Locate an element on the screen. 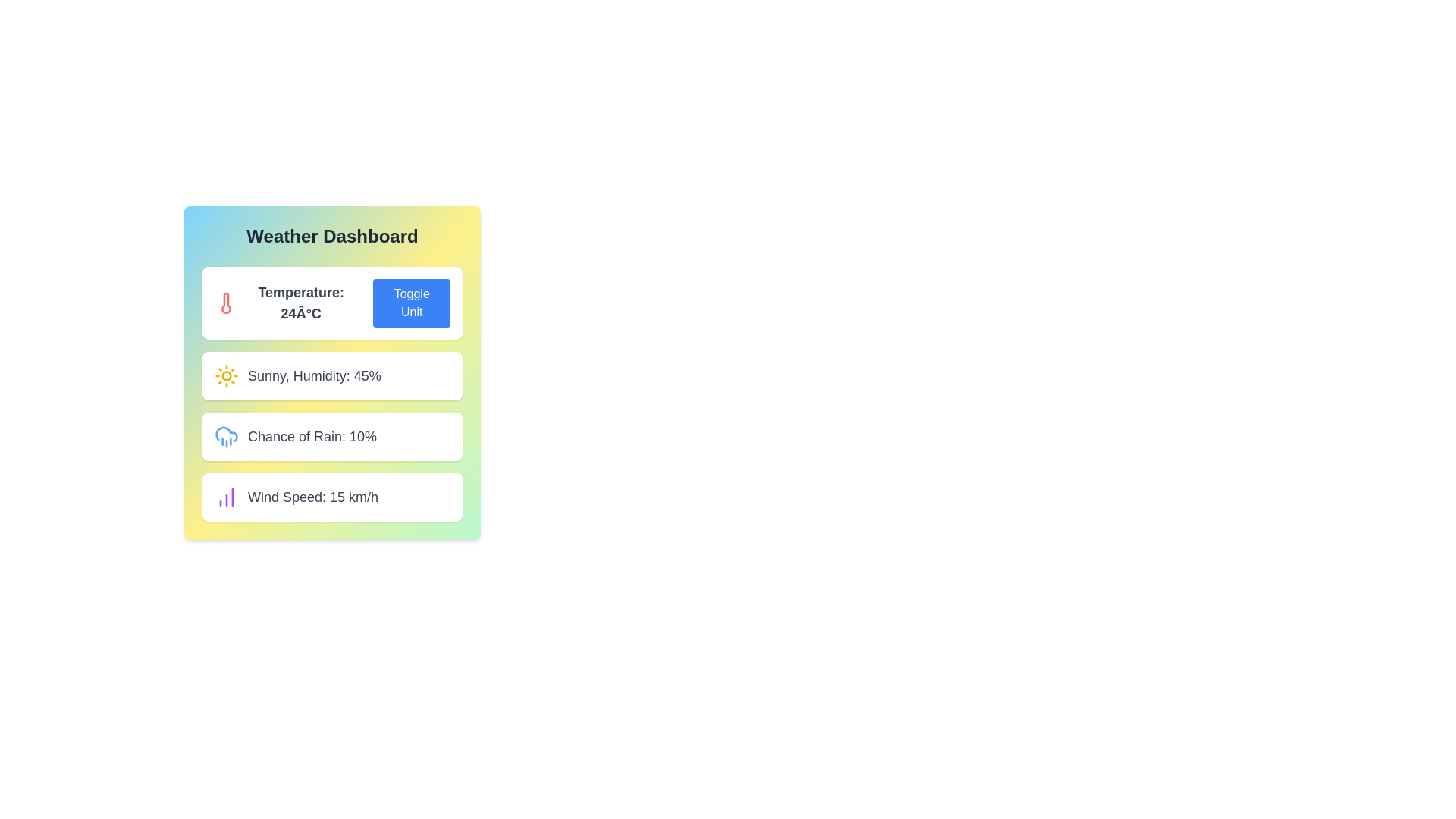 This screenshot has width=1456, height=819. the sunny weather icon located to the left of the text 'Sunny, Humidity: 45%' in the weather dashboard is located at coordinates (225, 375).